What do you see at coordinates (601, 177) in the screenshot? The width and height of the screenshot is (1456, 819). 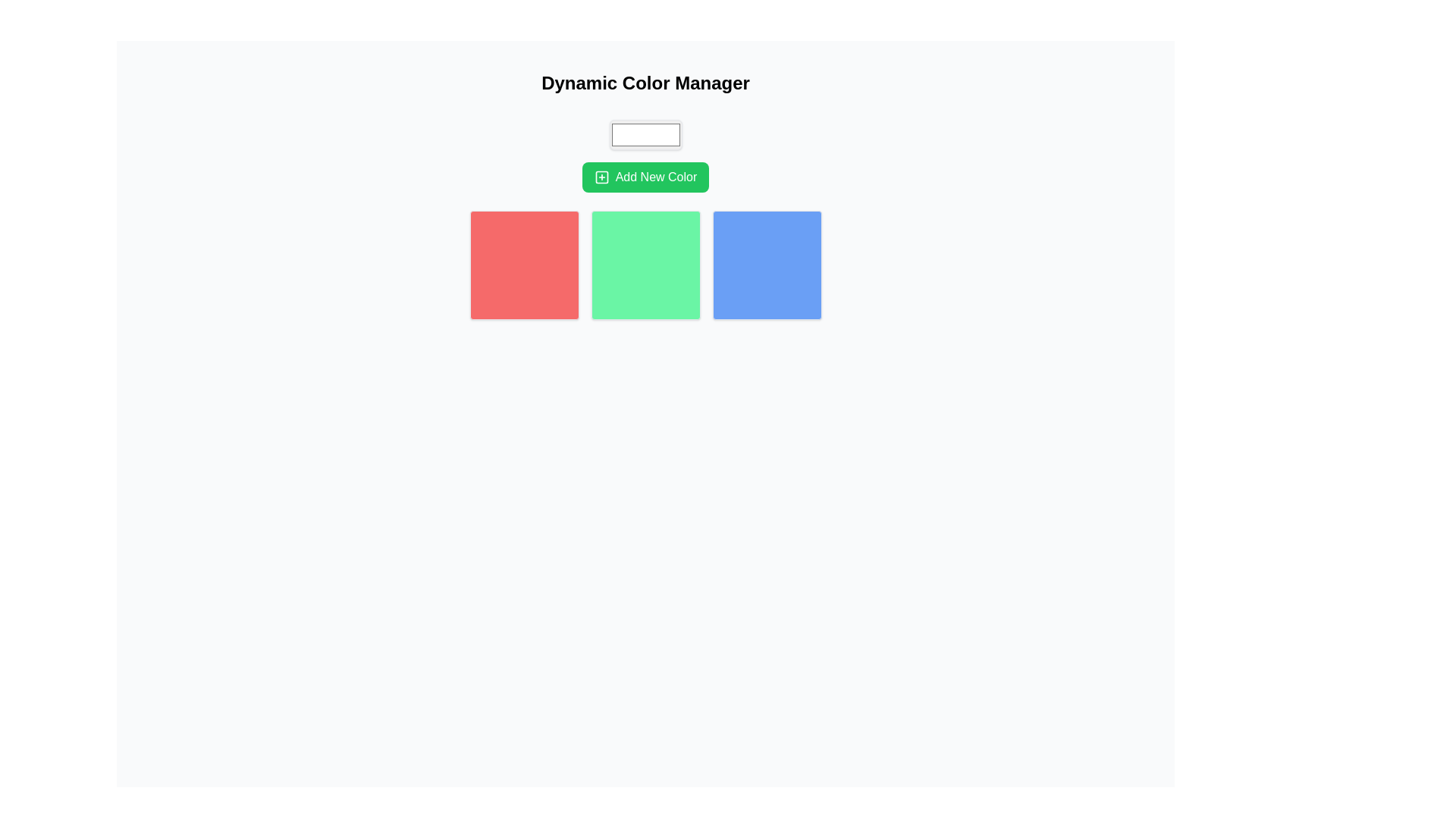 I see `the icon within the 'Add New Color' button, which visually suggests the action of adding or creating a new item` at bounding box center [601, 177].